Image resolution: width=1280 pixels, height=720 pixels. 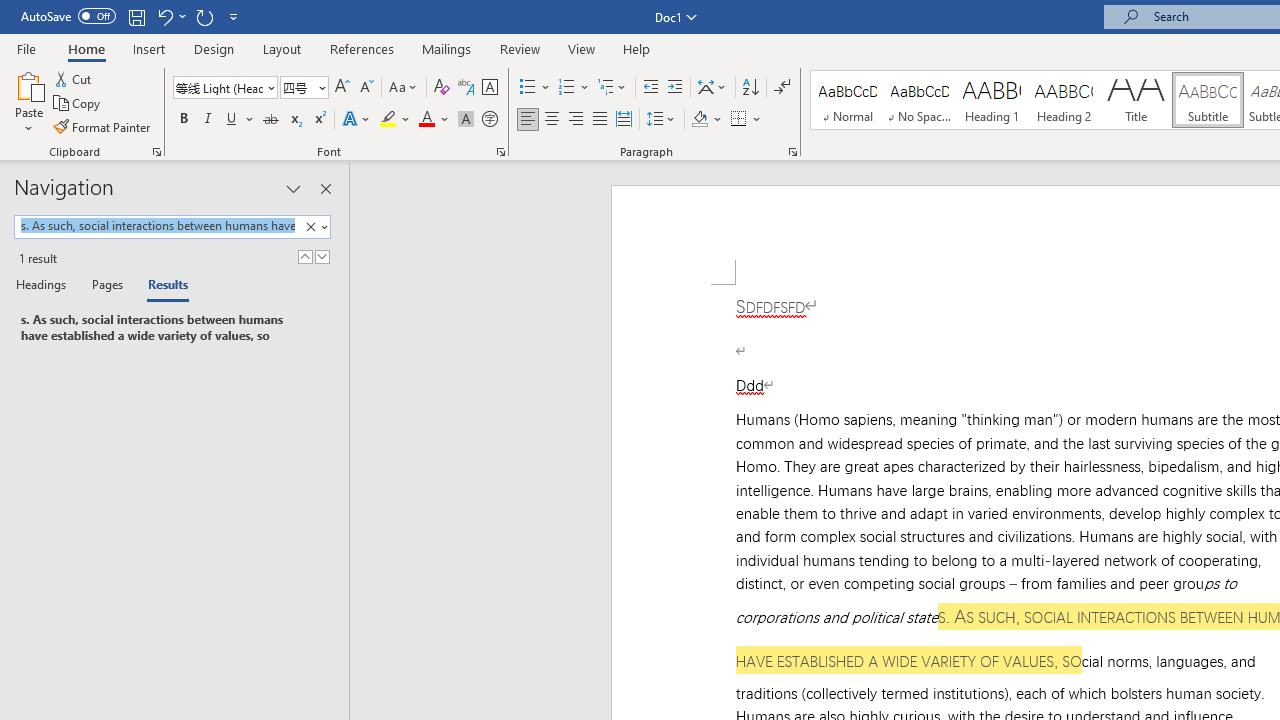 What do you see at coordinates (170, 16) in the screenshot?
I see `'Undo Style'` at bounding box center [170, 16].